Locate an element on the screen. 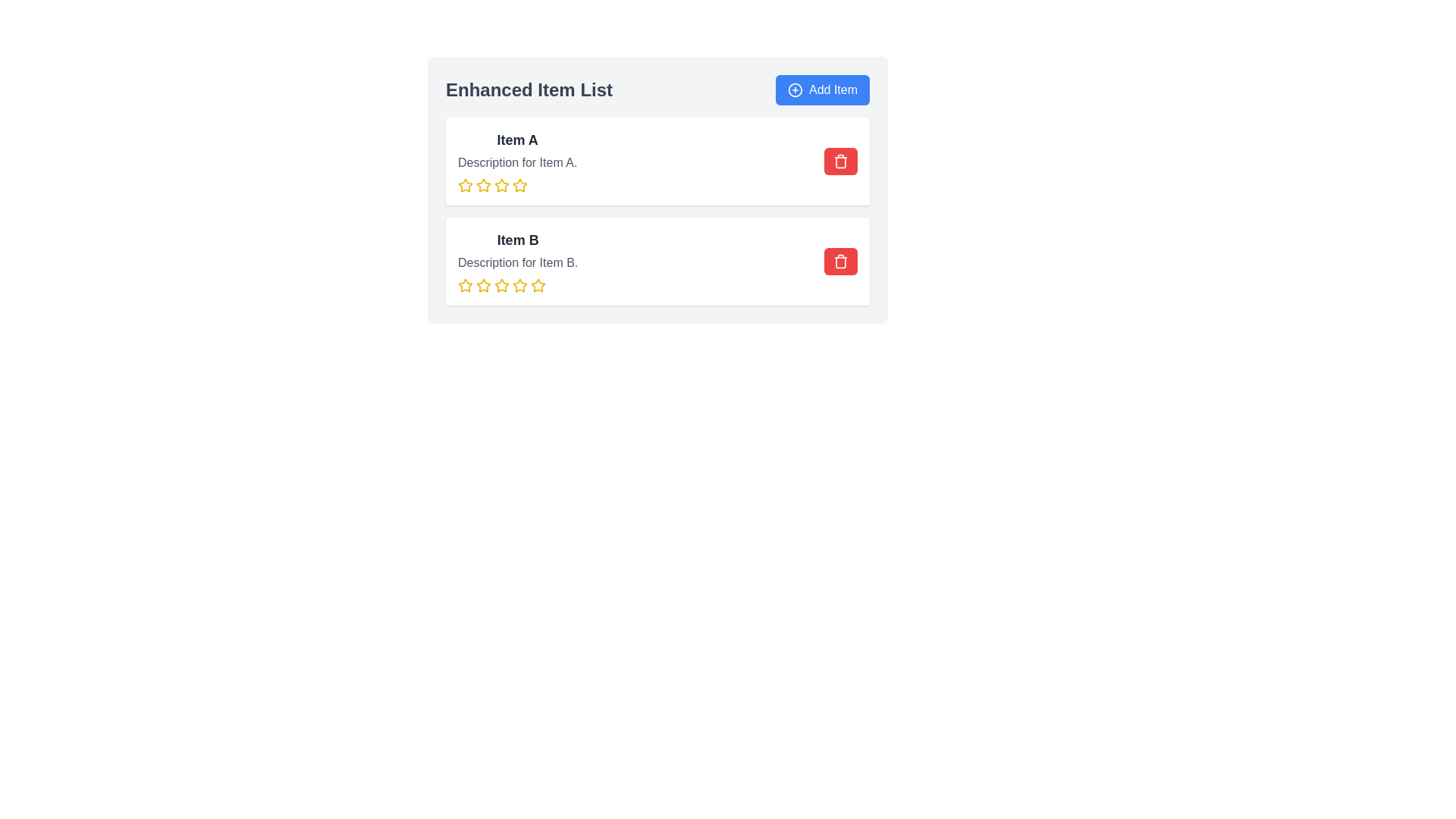 The image size is (1456, 819). the topmost delete button with a red background and trash can icon is located at coordinates (839, 161).